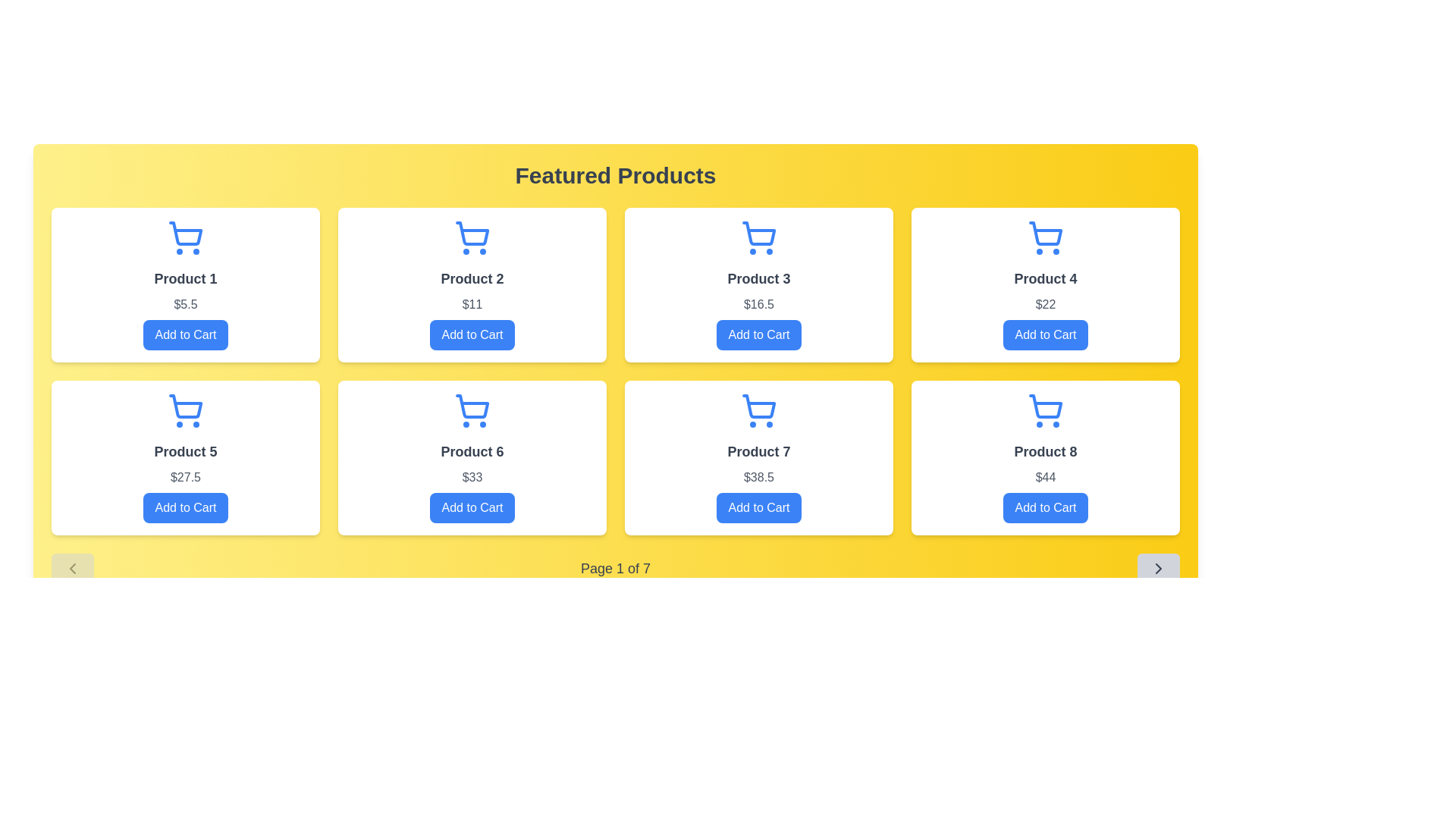 This screenshot has width=1456, height=819. I want to click on product details from the Card UI component displaying 'Product 5' with price '$27.5', located in the second row and first column of the grid layout, so click(184, 457).